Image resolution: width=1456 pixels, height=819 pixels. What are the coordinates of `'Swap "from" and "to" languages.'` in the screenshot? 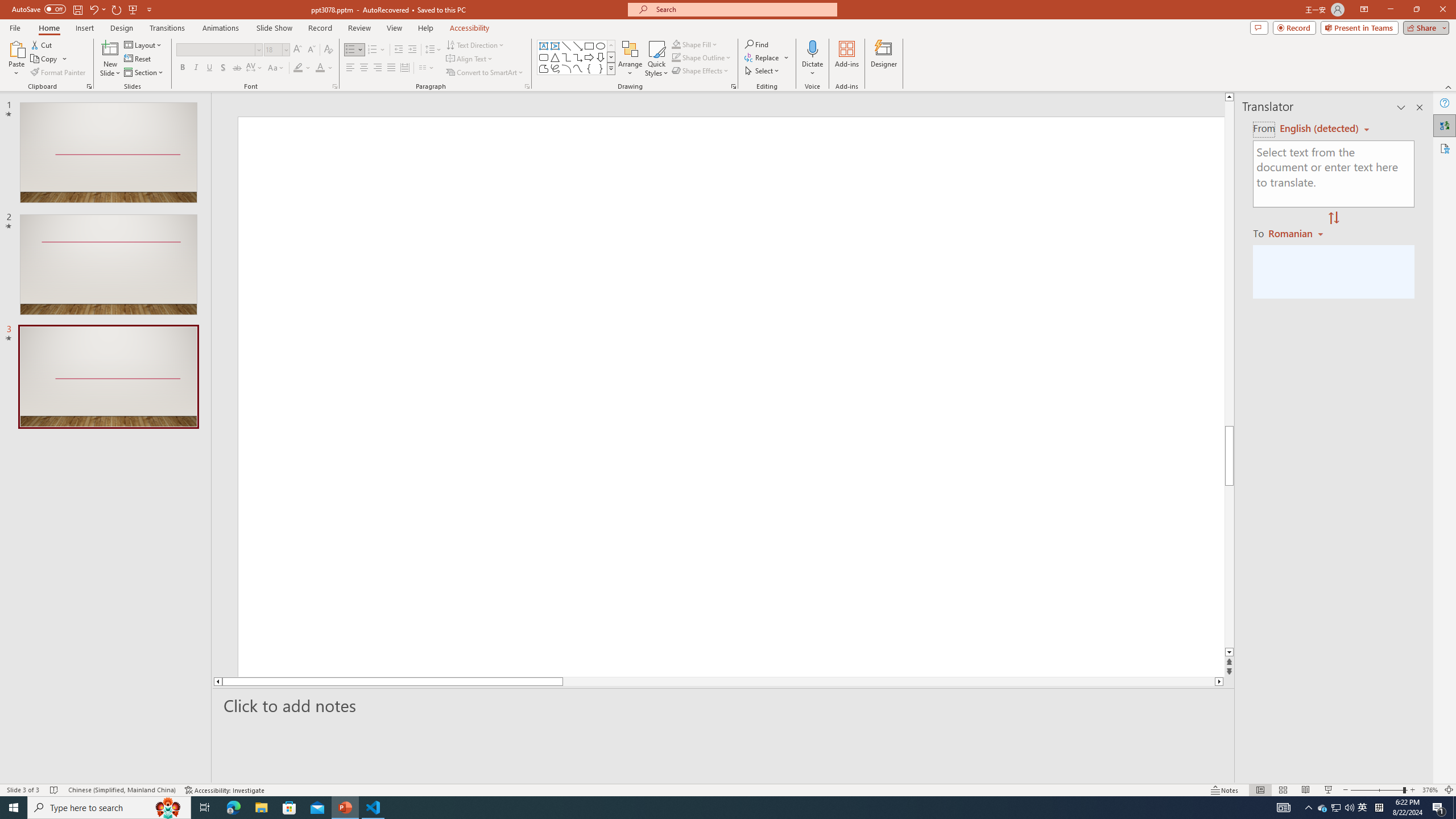 It's located at (1333, 218).